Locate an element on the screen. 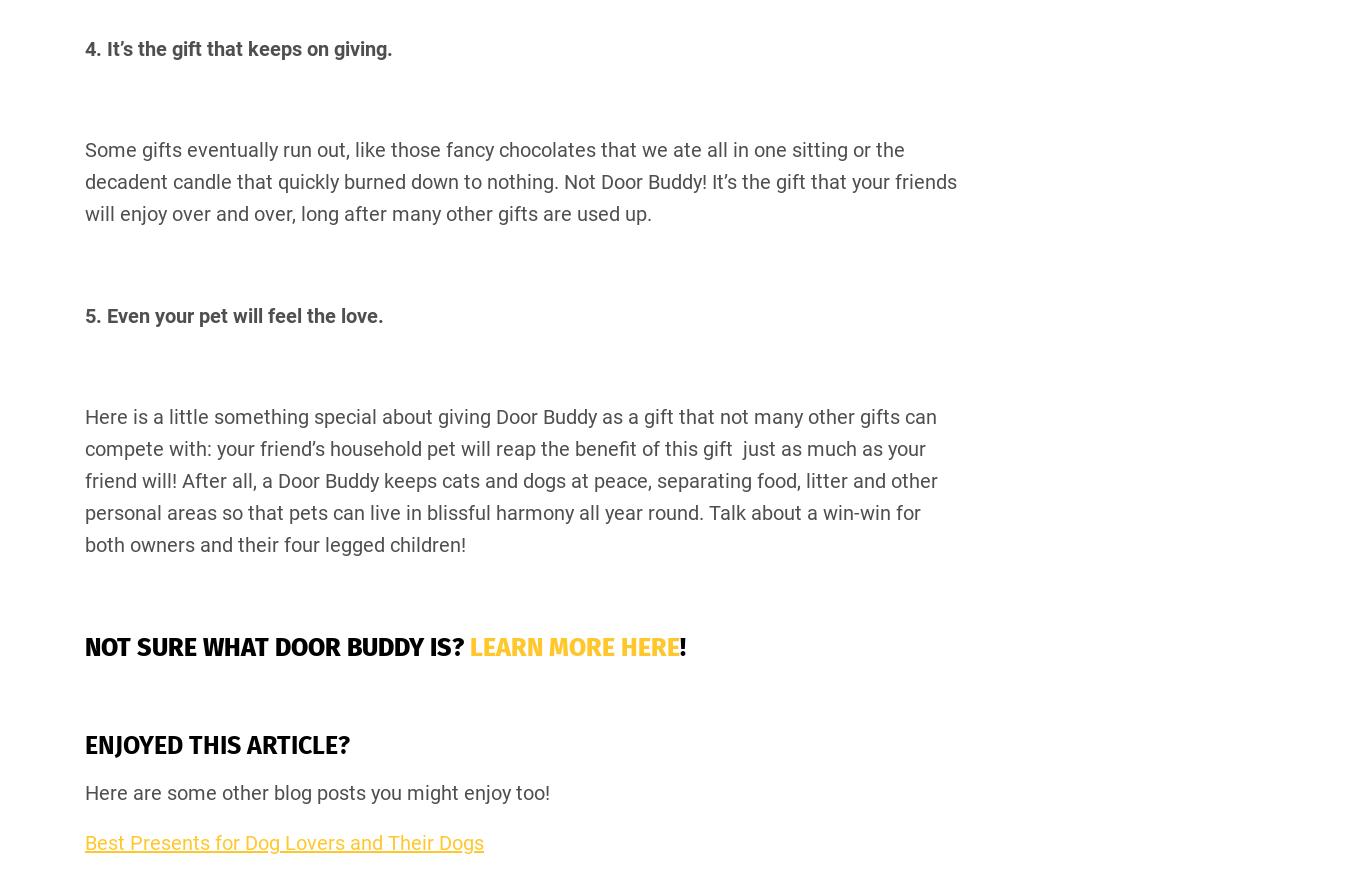 This screenshot has height=882, width=1350. 'Some gifts eventually run out, like those fancy chocolates that we ate all in one sitting or the decadent candle that quickly burned down to nothing. Not Door Buddy! It’s the gift that your friends will enjoy over and over, long after many other gifts are used up.' is located at coordinates (519, 180).